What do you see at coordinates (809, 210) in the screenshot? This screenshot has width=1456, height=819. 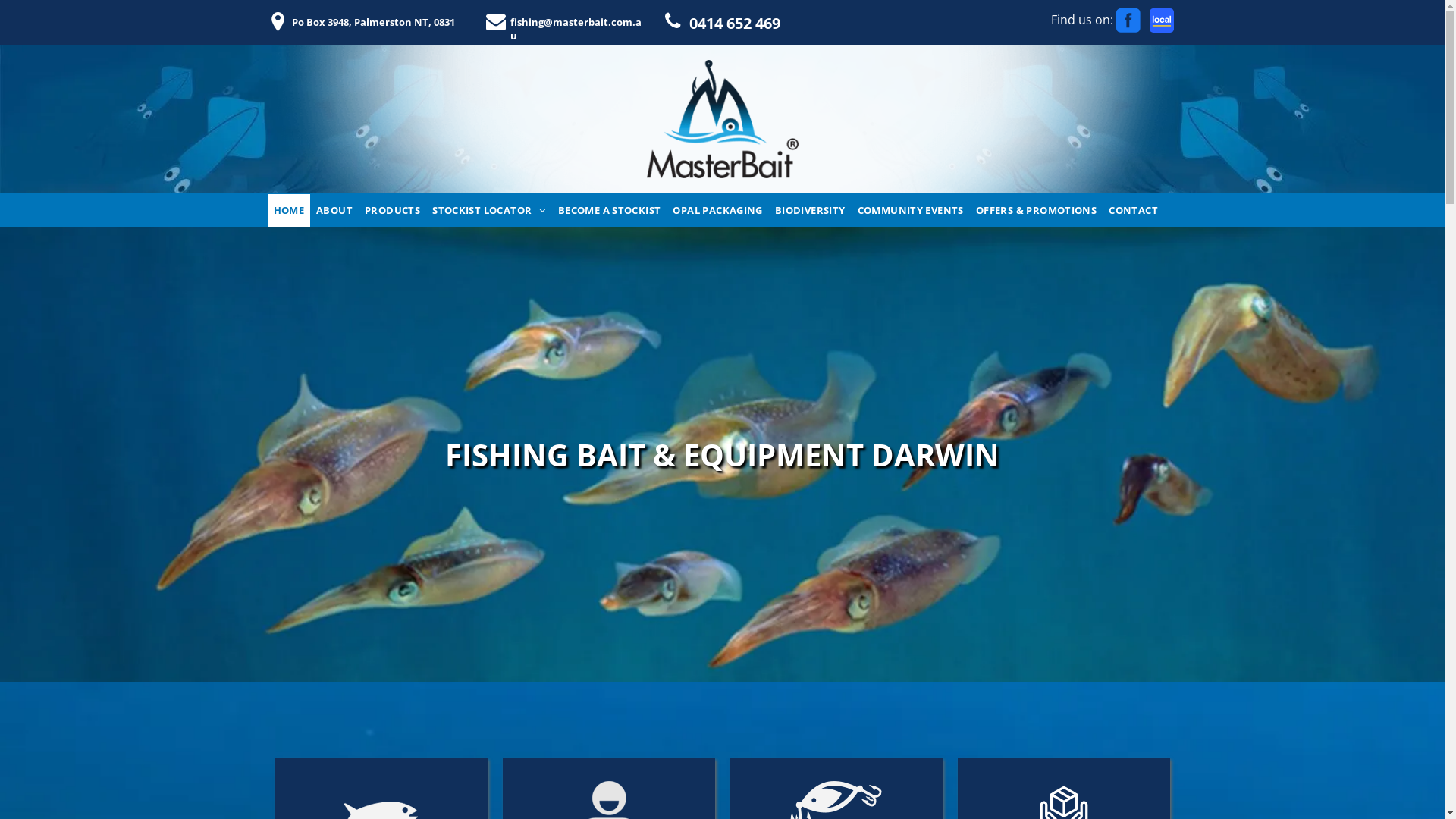 I see `'BIODIVERSITY'` at bounding box center [809, 210].